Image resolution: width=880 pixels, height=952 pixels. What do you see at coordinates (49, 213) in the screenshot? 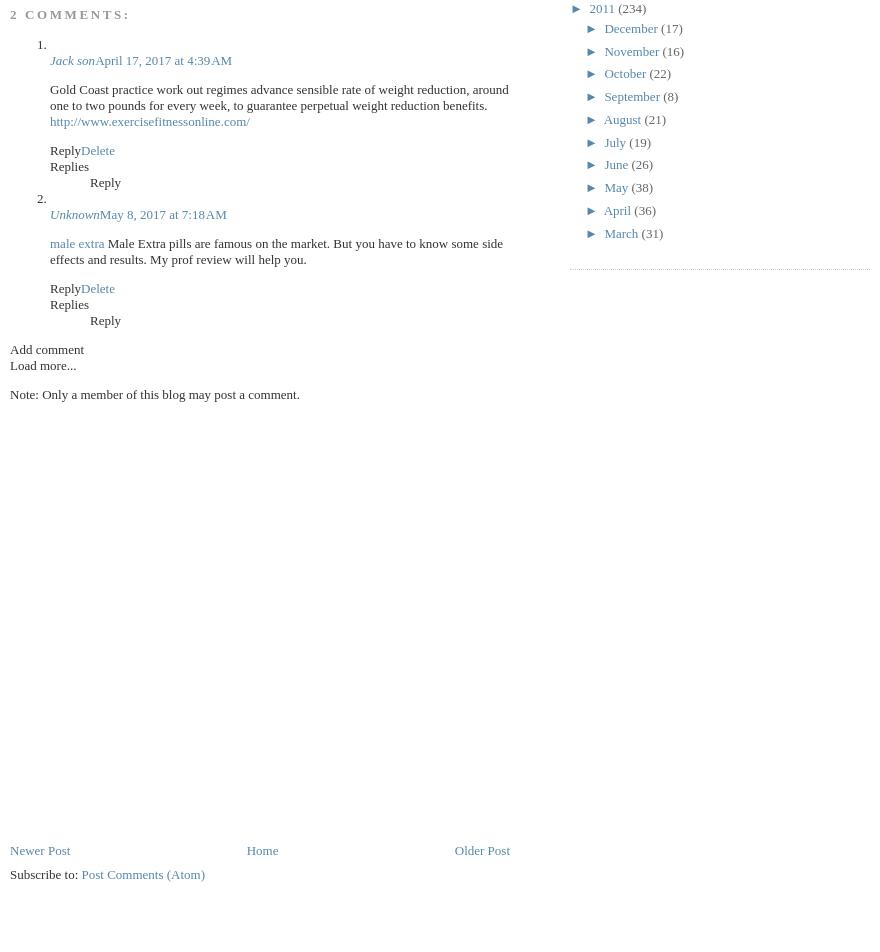
I see `'Unknown'` at bounding box center [49, 213].